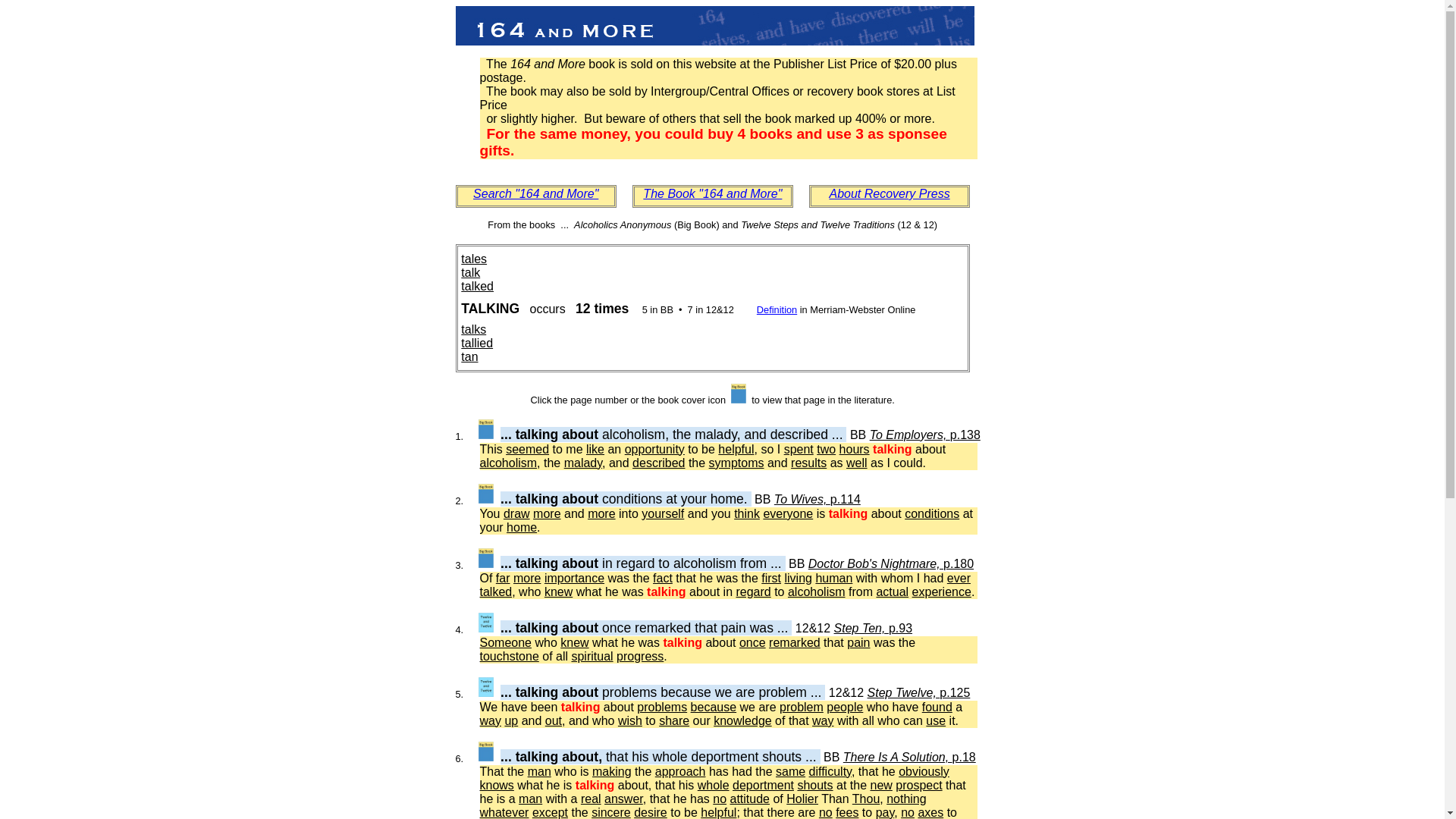 Image resolution: width=1456 pixels, height=819 pixels. Describe the element at coordinates (476, 286) in the screenshot. I see `'talked'` at that location.